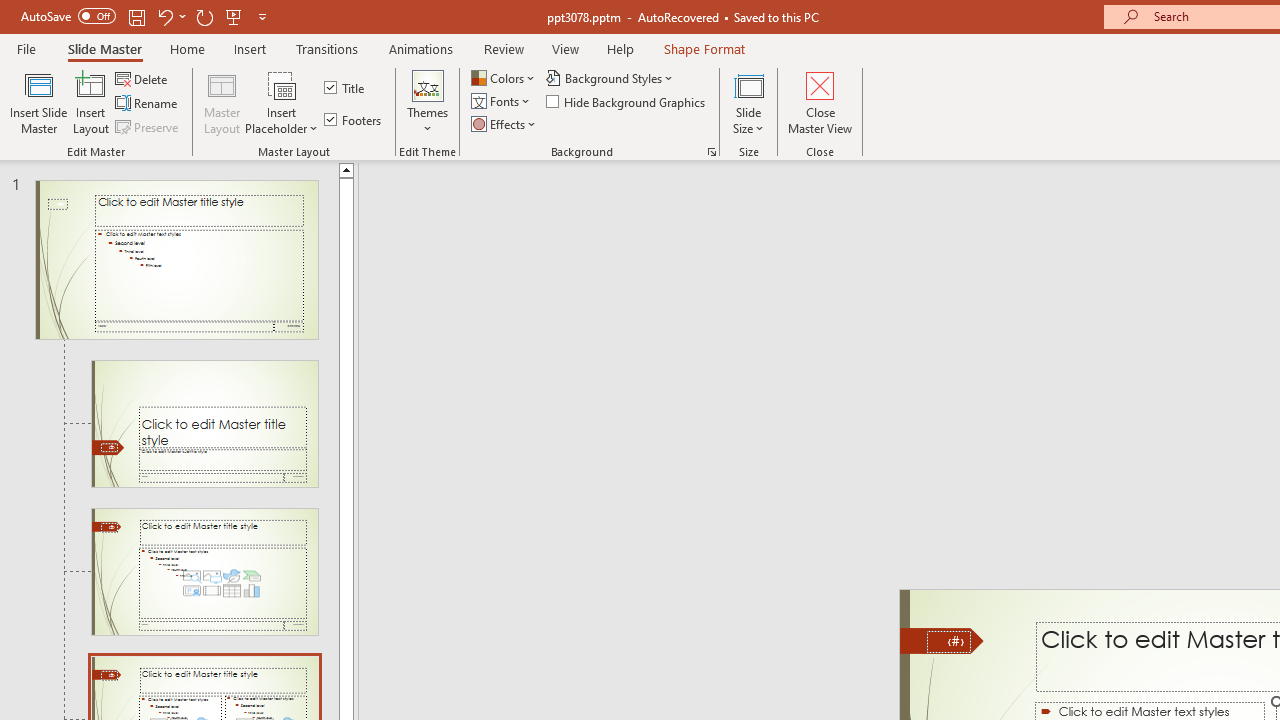 This screenshot has height=720, width=1280. What do you see at coordinates (711, 150) in the screenshot?
I see `'Format Background...'` at bounding box center [711, 150].